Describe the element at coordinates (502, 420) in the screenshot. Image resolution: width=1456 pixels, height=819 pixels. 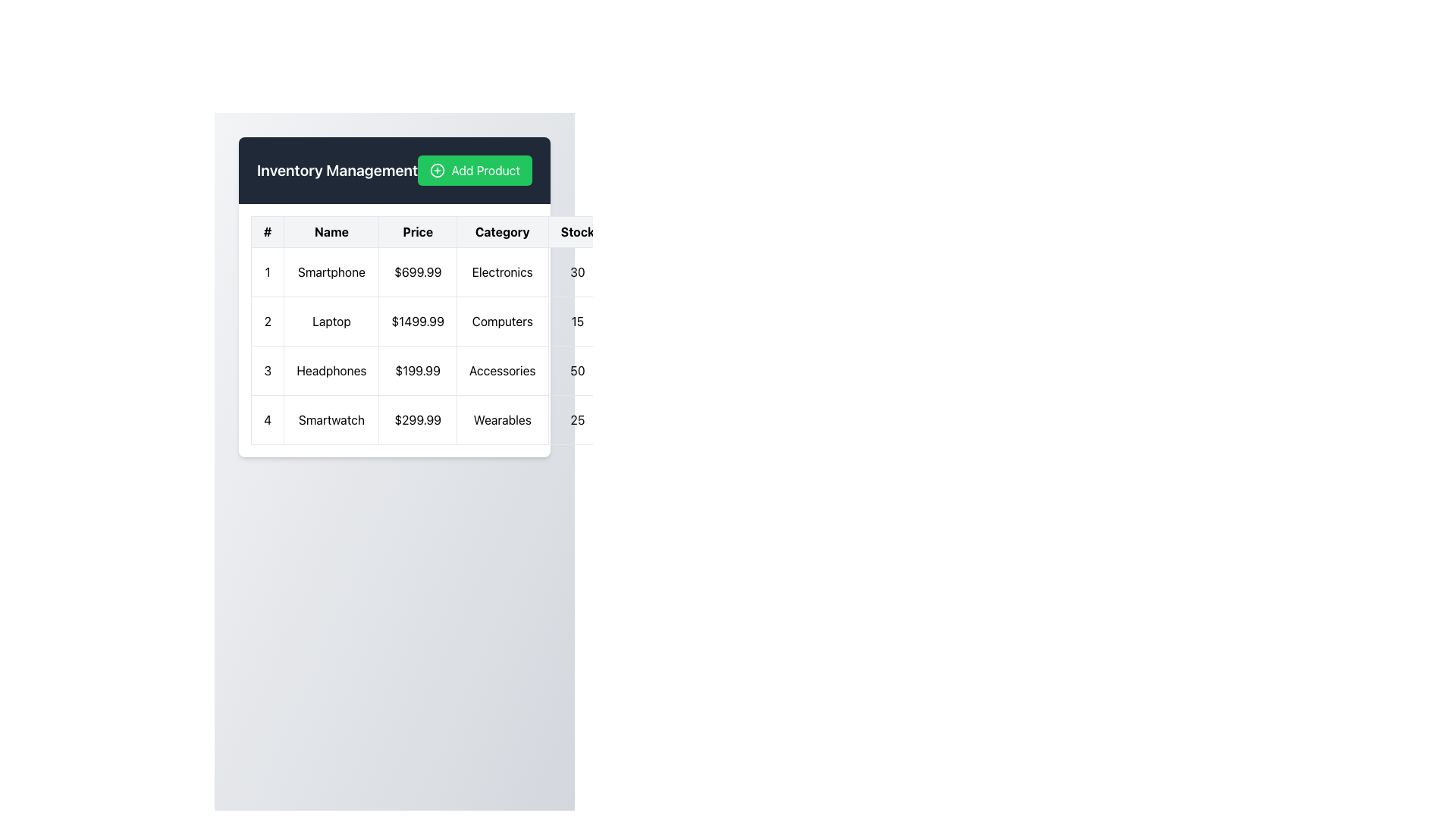
I see `the 'Wearables' category label in the fourth row and third column of the product table, which is a read-only label for the product 'Smartwatch.'` at that location.